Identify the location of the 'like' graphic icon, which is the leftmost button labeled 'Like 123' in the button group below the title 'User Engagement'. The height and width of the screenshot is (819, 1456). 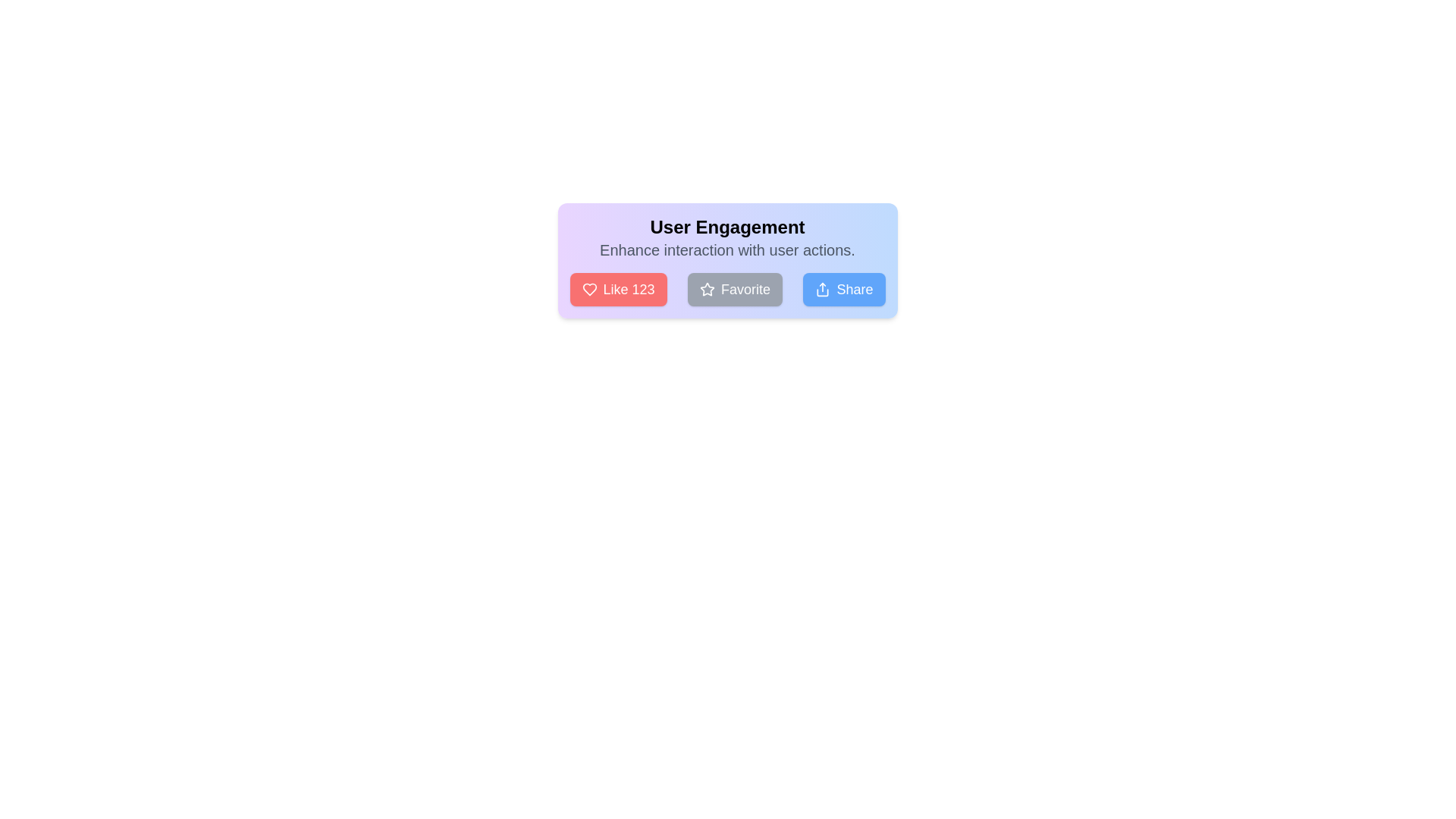
(588, 289).